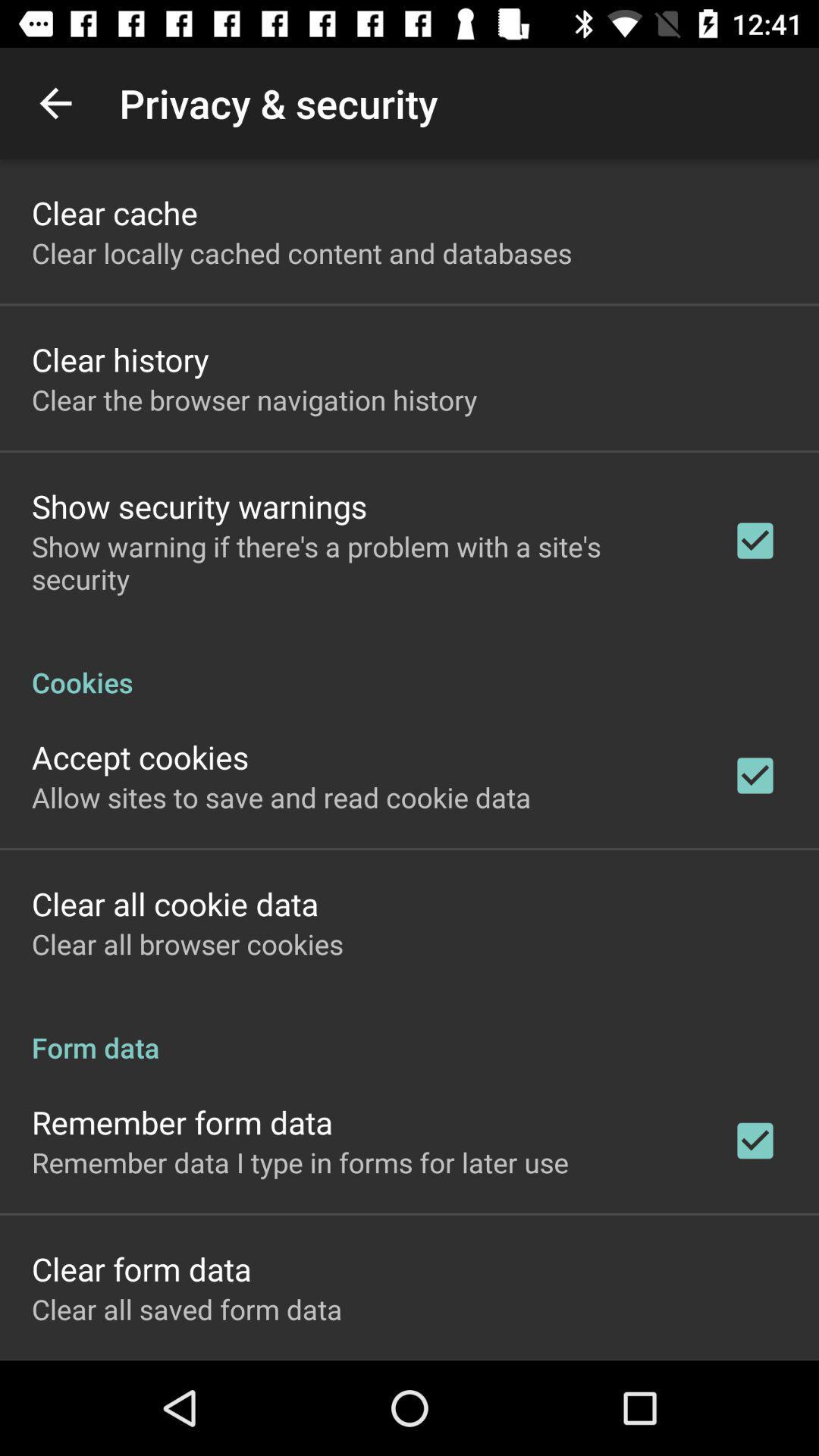 The image size is (819, 1456). Describe the element at coordinates (755, 775) in the screenshot. I see `check box right to accept cookies` at that location.